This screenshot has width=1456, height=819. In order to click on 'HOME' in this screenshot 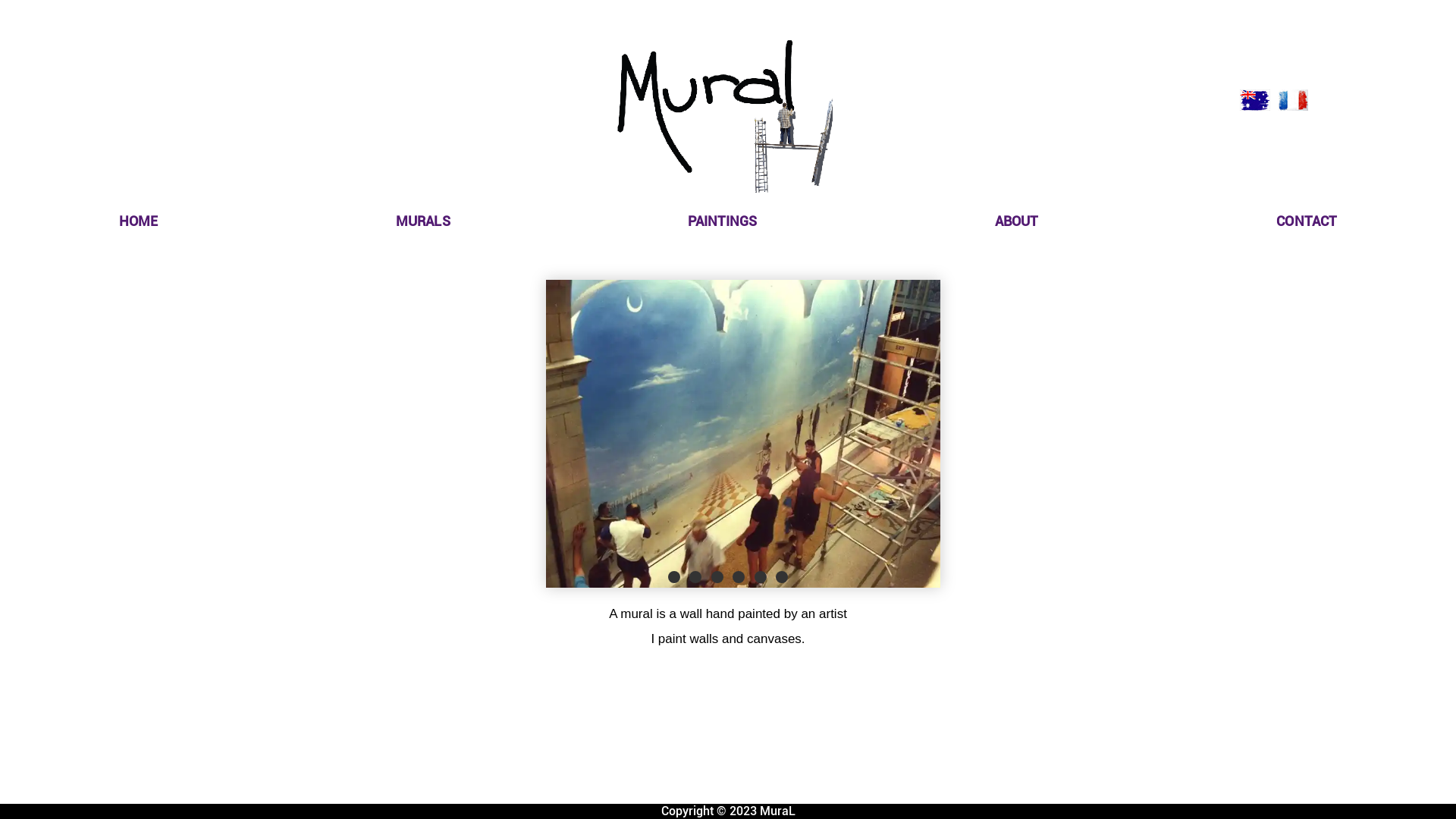, I will do `click(138, 221)`.